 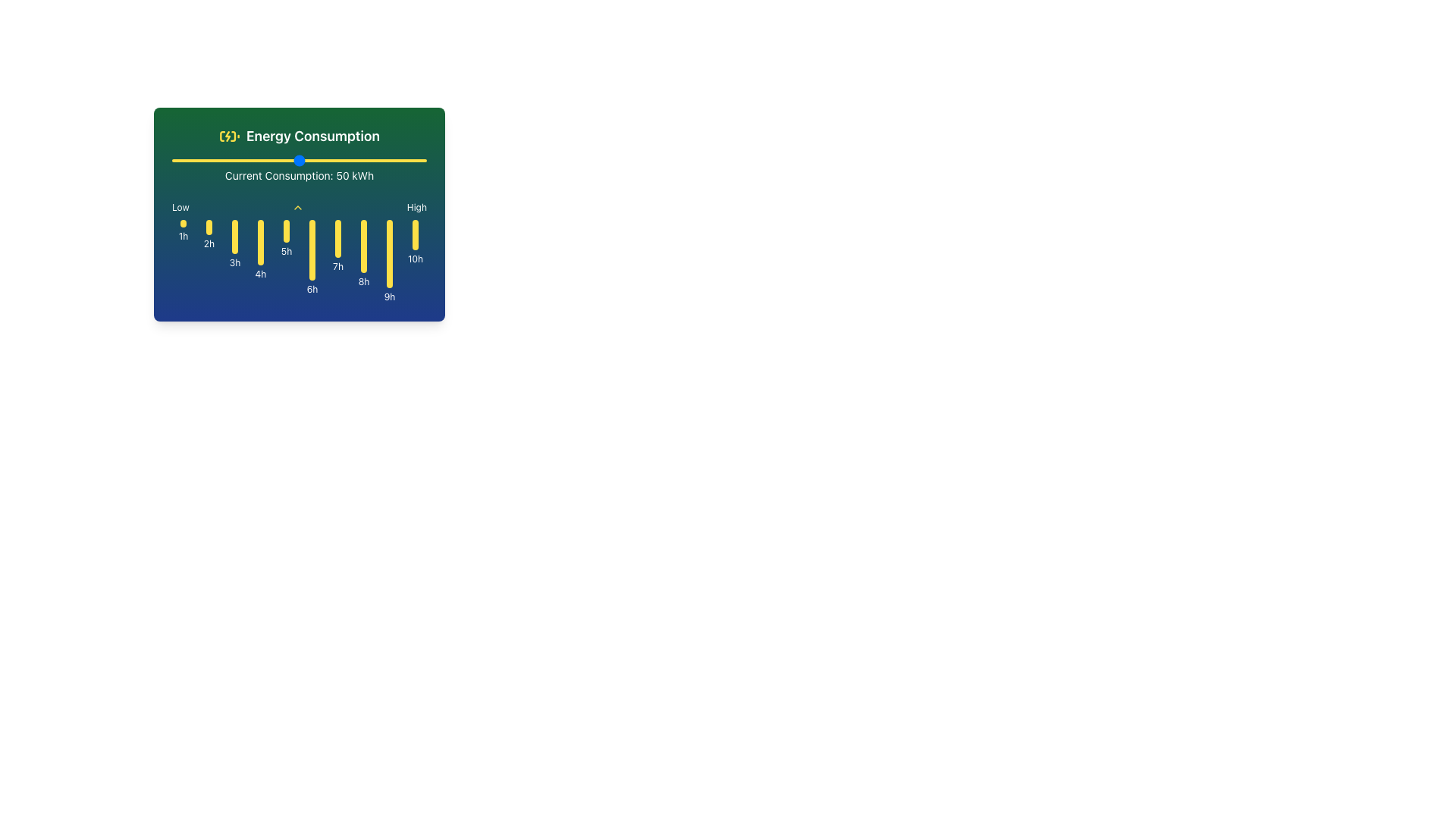 I want to click on the first Graph Marker representing energy consumption data for 1 hour, located at the leftmost position within the Energy Consumption card component, so click(x=182, y=260).